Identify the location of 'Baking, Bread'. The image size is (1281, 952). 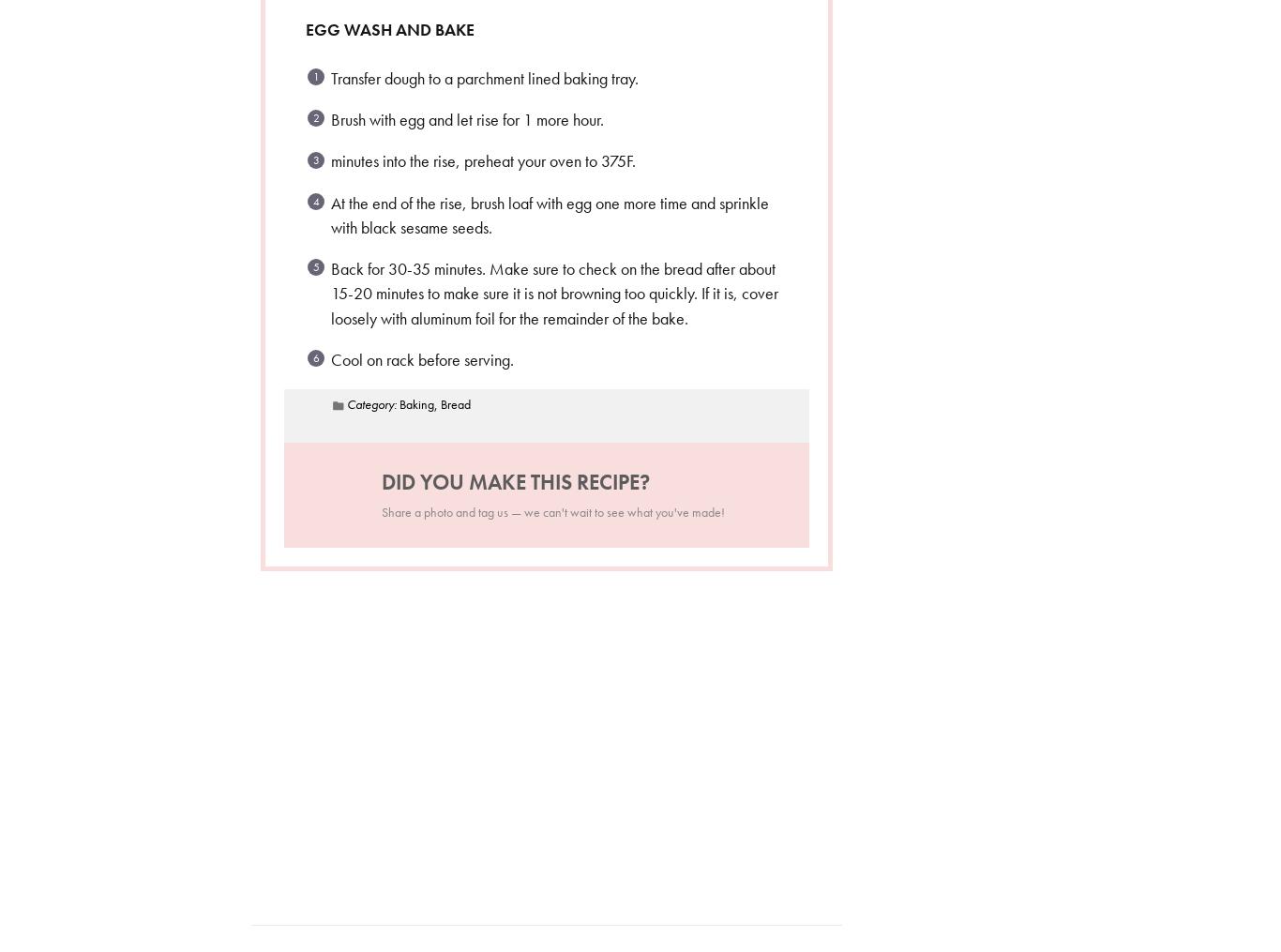
(433, 404).